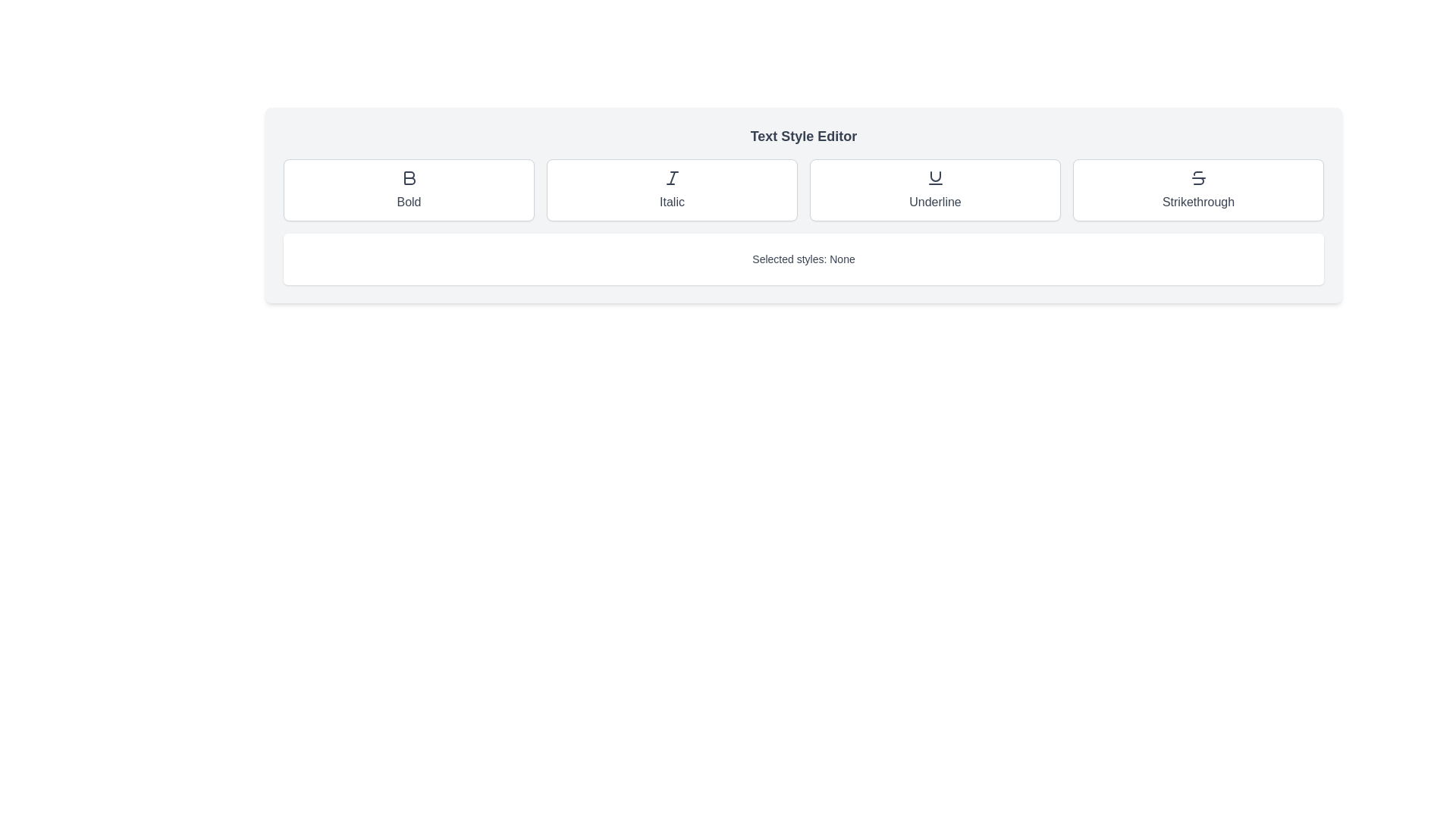 This screenshot has width=1456, height=819. What do you see at coordinates (1197, 177) in the screenshot?
I see `the icon button resembling the letter 'S' crossed with a horizontal line in the text formatting section` at bounding box center [1197, 177].